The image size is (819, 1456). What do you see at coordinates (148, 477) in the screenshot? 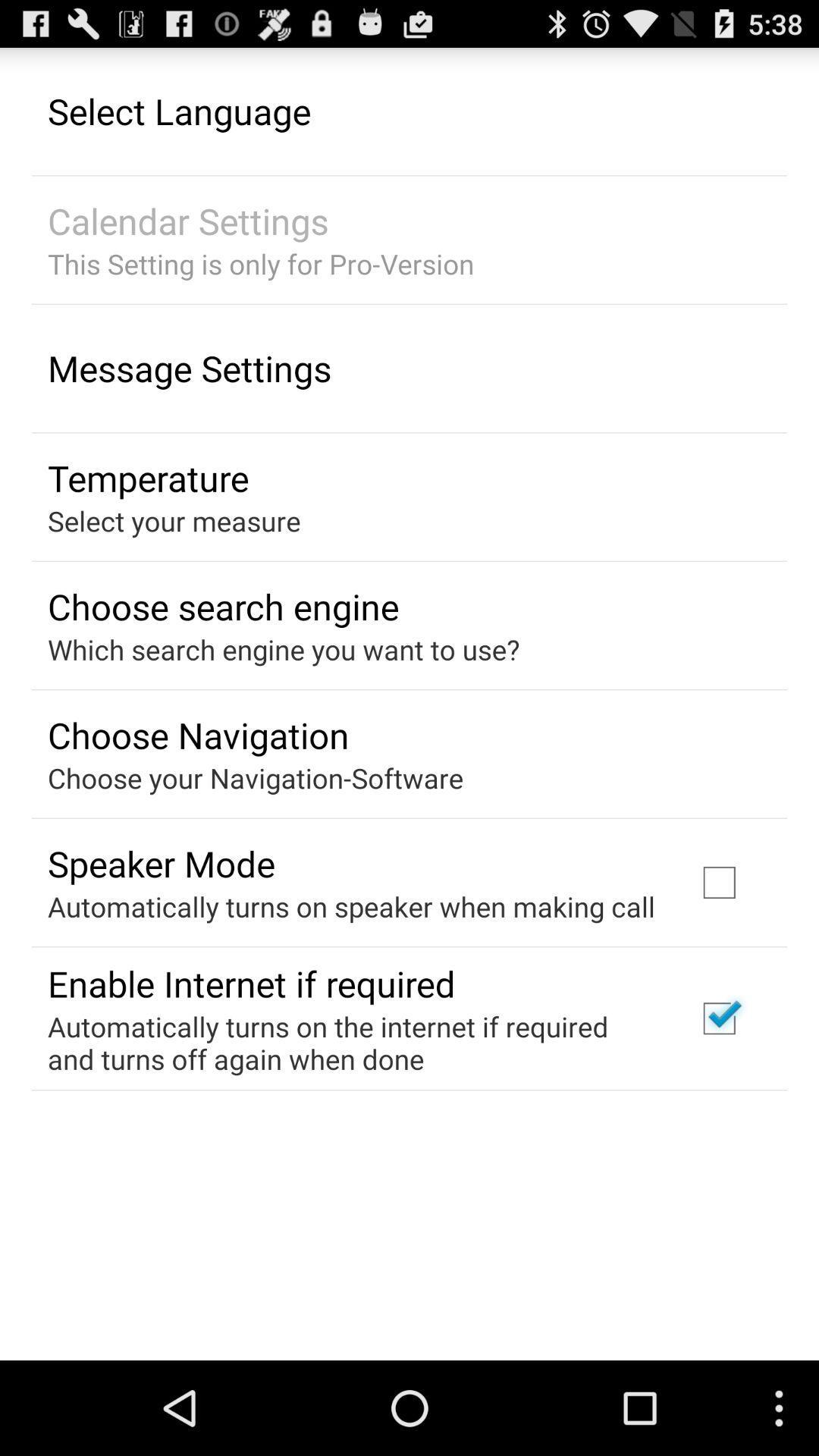
I see `item below message settings` at bounding box center [148, 477].